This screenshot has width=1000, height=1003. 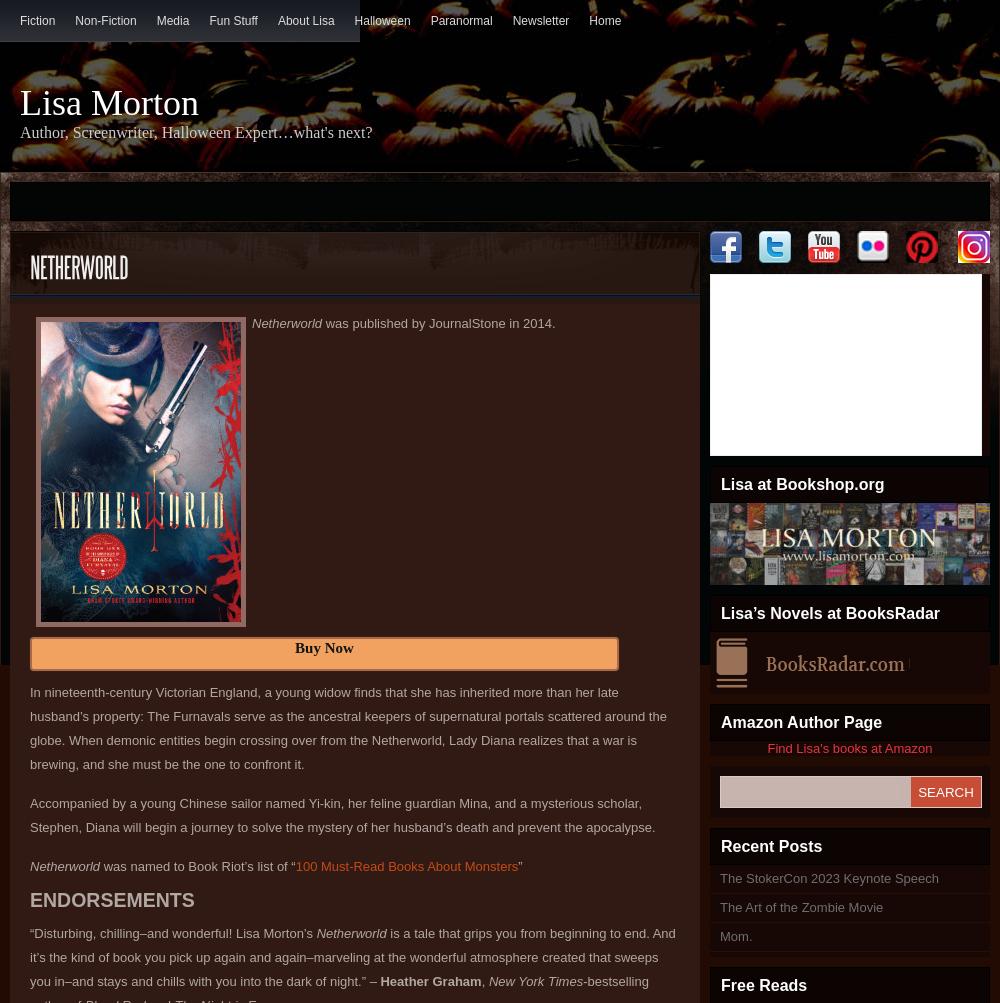 I want to click on 'Amazon Author Page', so click(x=801, y=721).